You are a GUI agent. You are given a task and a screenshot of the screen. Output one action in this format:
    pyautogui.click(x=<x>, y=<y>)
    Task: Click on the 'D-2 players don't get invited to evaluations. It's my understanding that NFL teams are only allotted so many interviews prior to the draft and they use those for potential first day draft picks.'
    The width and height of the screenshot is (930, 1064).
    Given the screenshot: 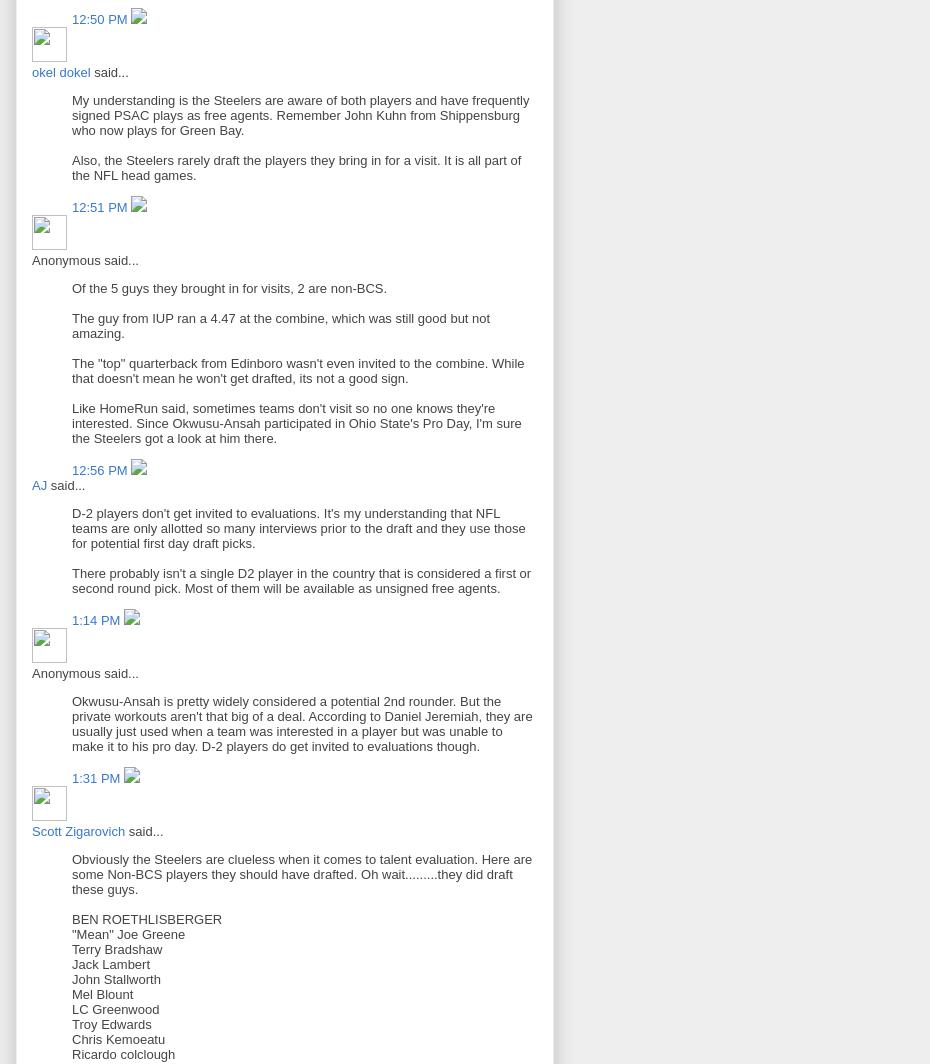 What is the action you would take?
    pyautogui.click(x=298, y=528)
    